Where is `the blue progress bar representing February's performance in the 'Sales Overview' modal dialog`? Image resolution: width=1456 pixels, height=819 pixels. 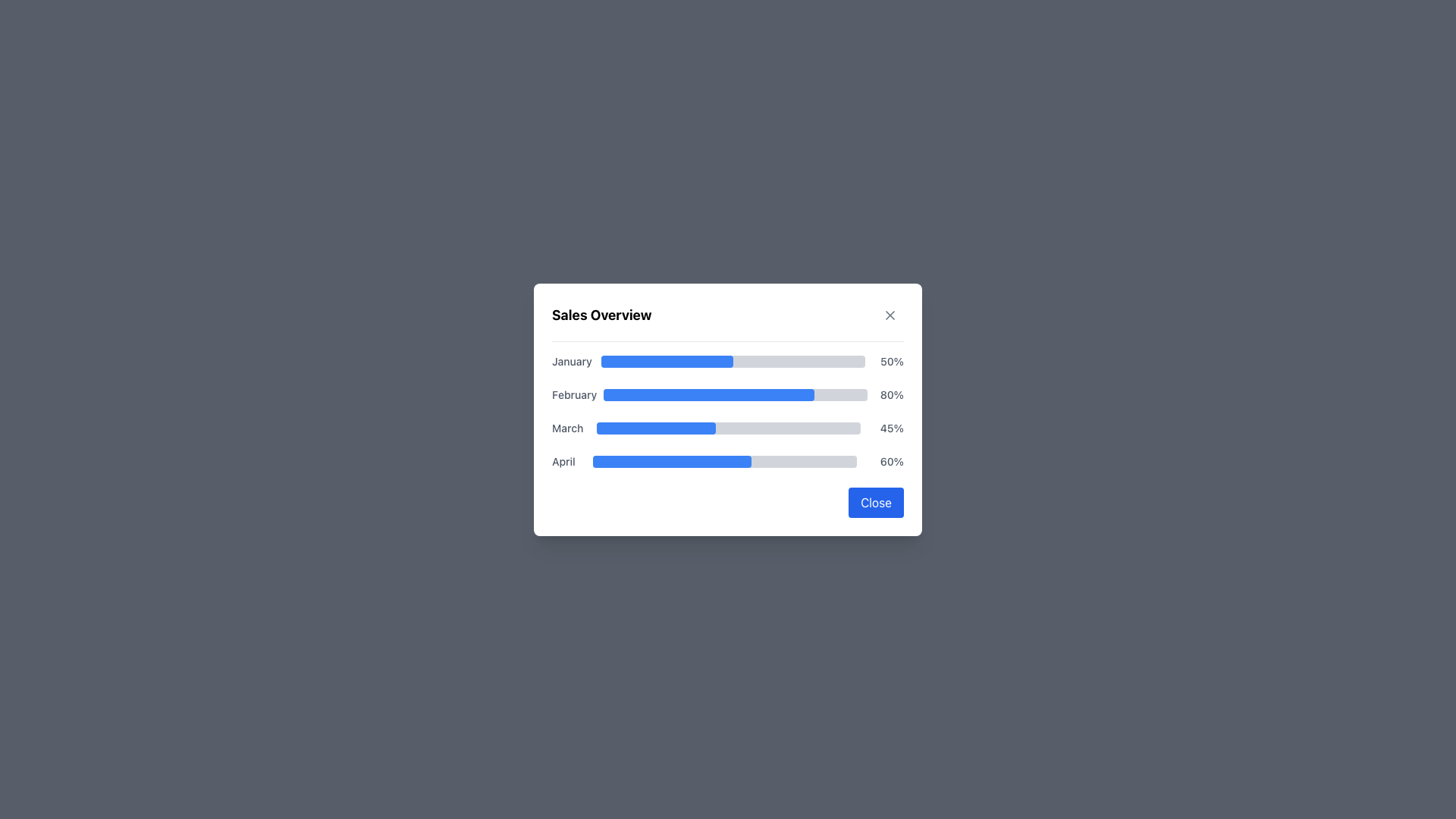 the blue progress bar representing February's performance in the 'Sales Overview' modal dialog is located at coordinates (708, 394).